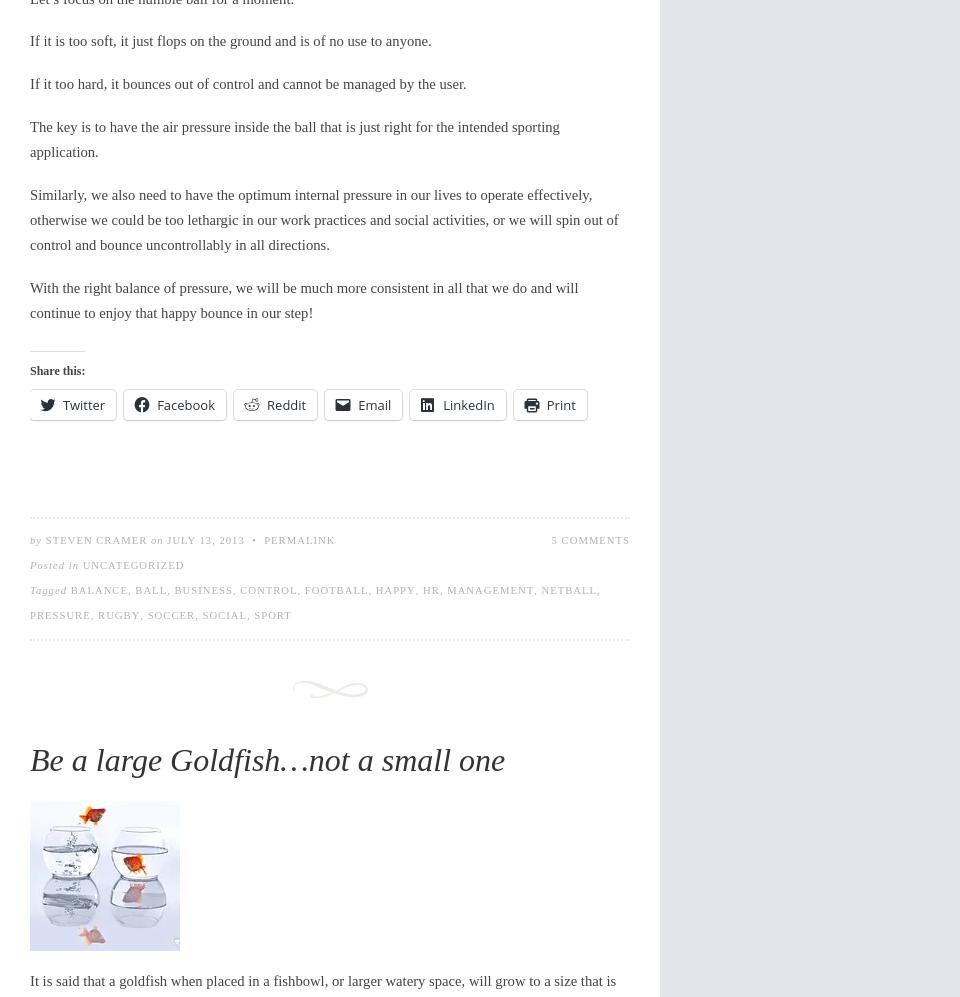 This screenshot has width=960, height=997. Describe the element at coordinates (539, 589) in the screenshot. I see `'netball'` at that location.